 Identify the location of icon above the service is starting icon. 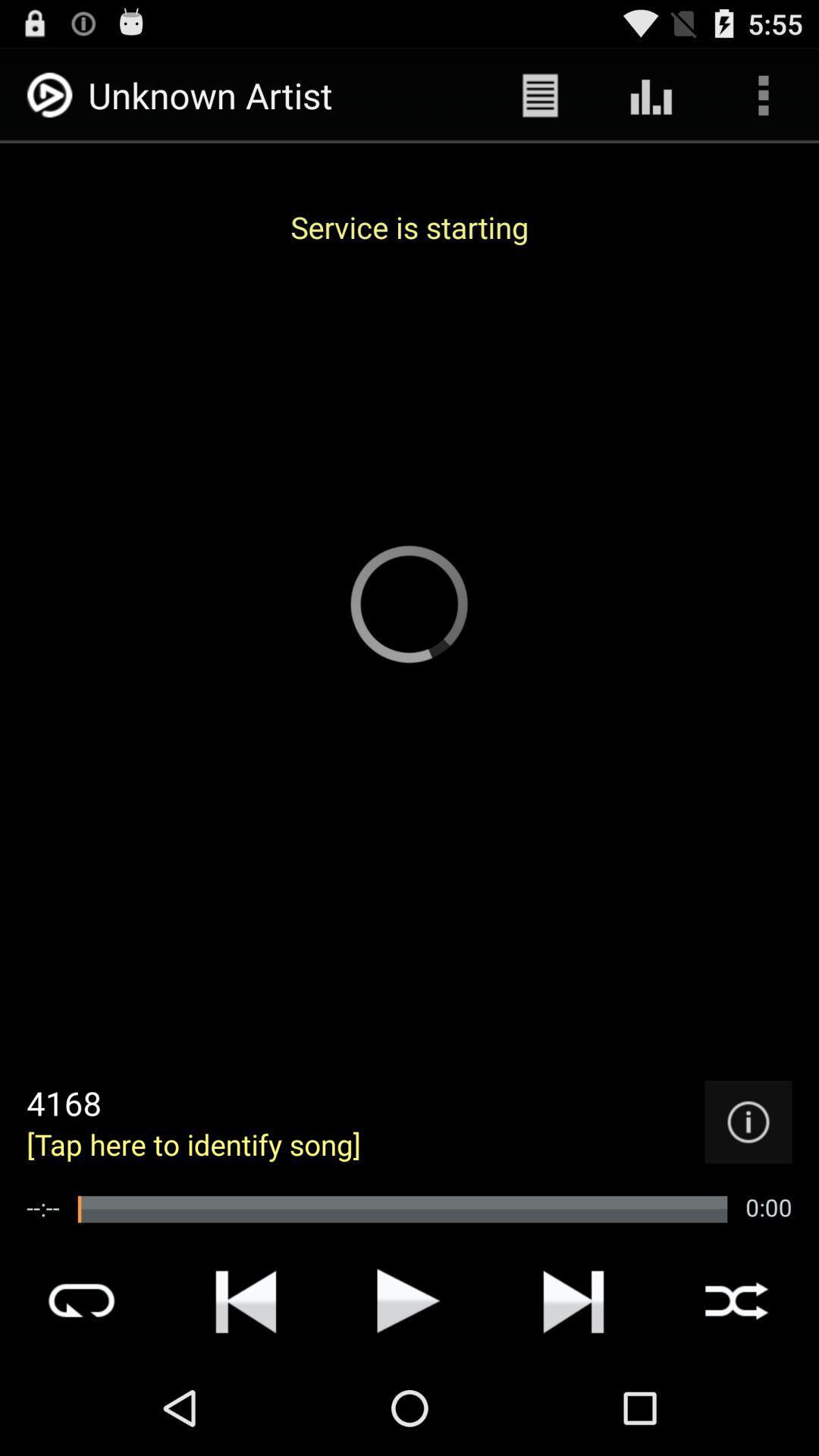
(539, 94).